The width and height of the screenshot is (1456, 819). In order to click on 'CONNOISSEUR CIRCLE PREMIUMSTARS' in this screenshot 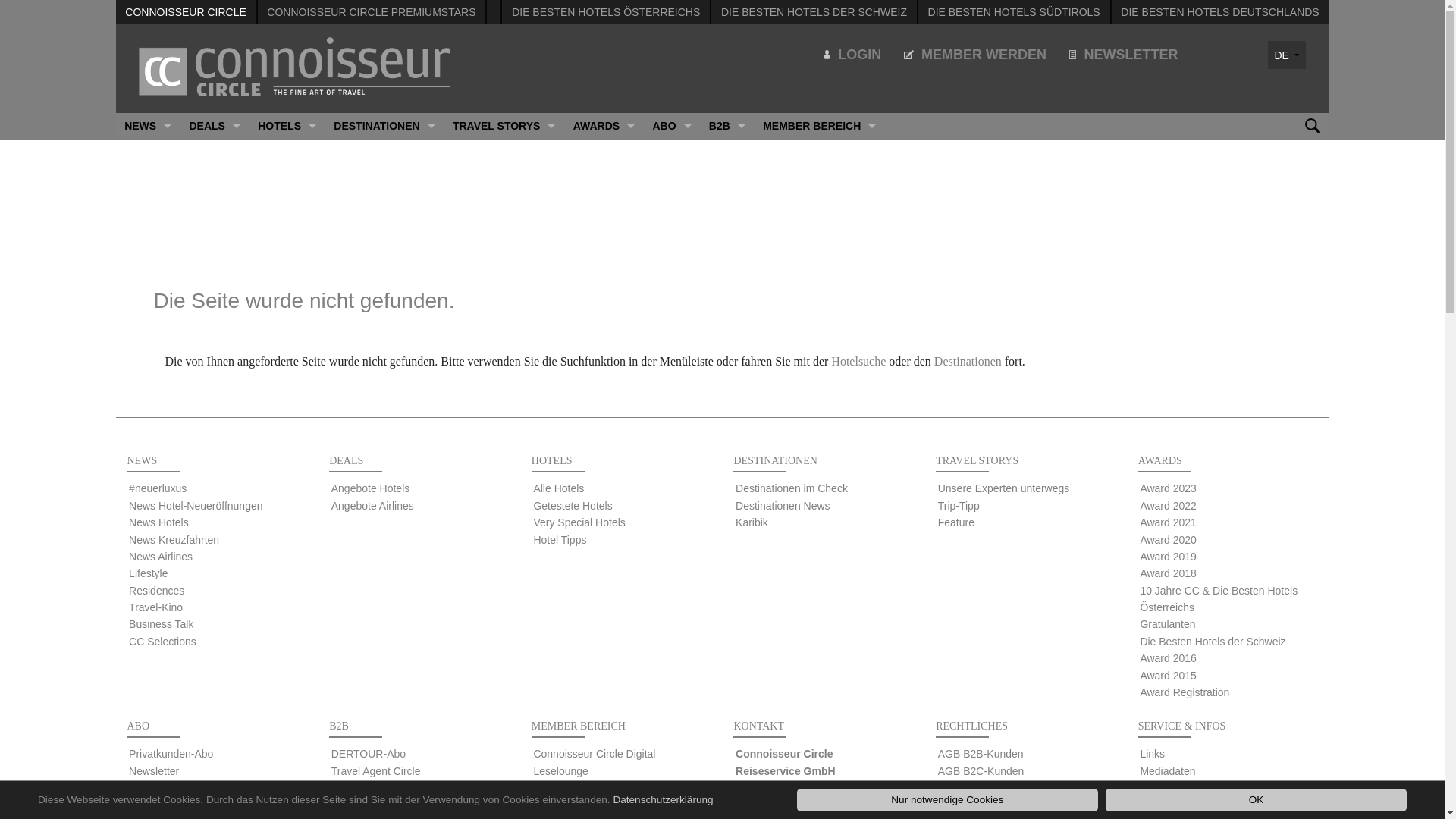, I will do `click(371, 11)`.